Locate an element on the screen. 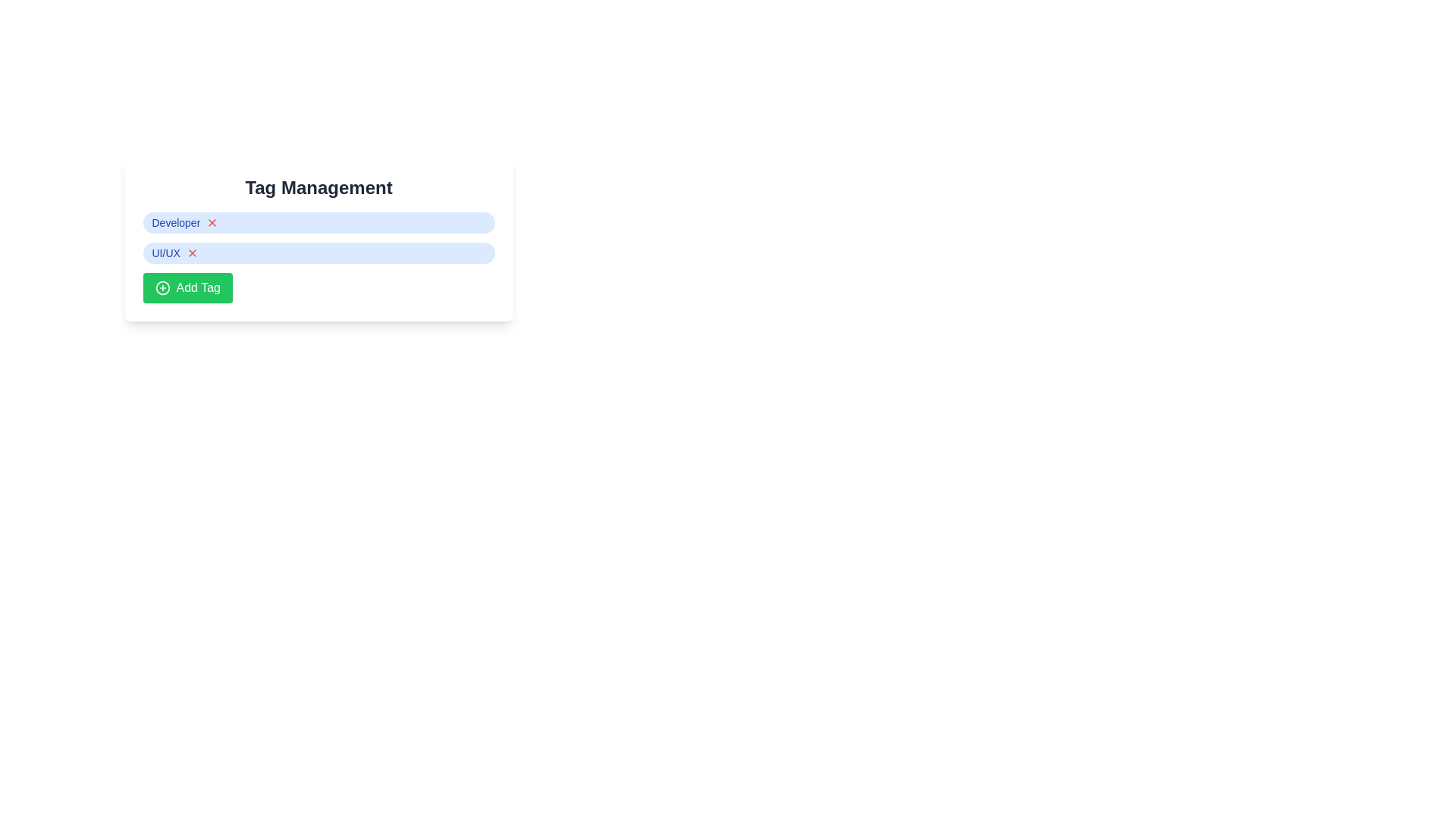 The width and height of the screenshot is (1456, 819). text label 'Add Tag' located on the green button at the bottom of the 'Tag Management' card layout is located at coordinates (197, 288).